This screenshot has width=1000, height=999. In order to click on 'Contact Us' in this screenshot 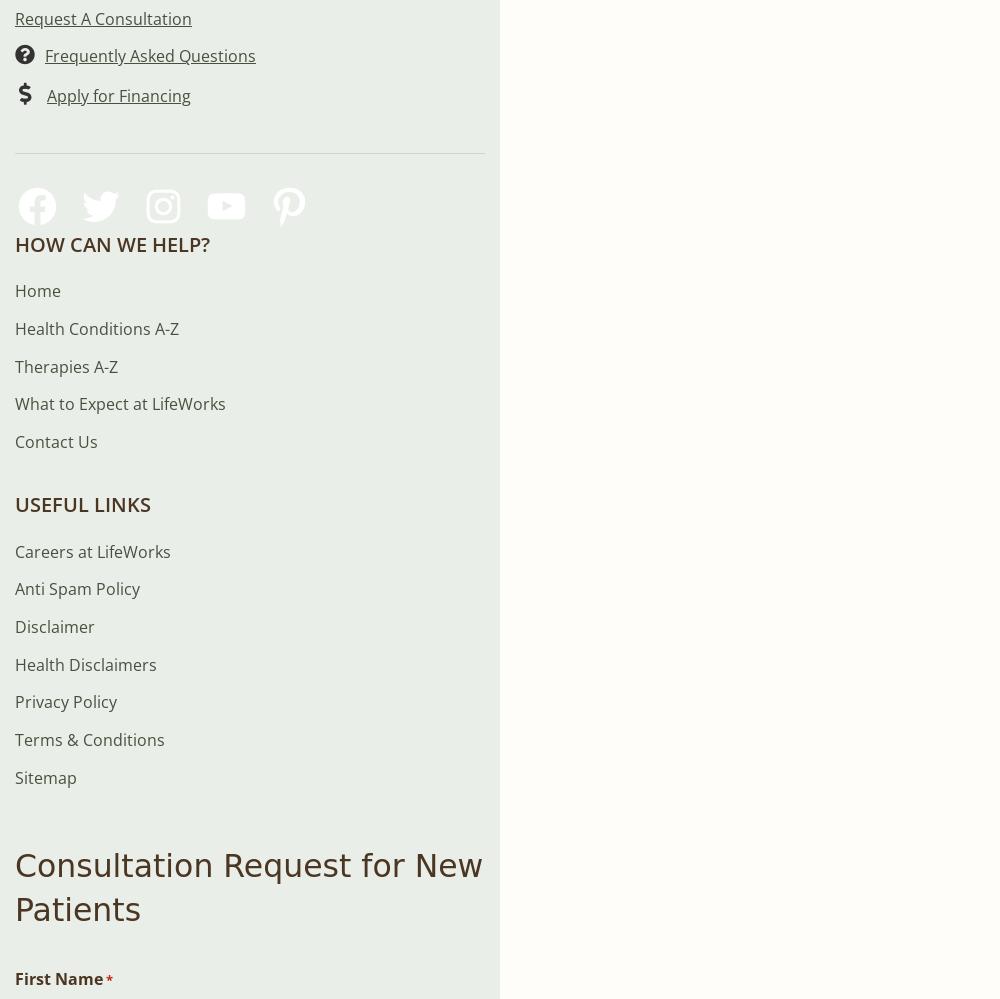, I will do `click(15, 440)`.